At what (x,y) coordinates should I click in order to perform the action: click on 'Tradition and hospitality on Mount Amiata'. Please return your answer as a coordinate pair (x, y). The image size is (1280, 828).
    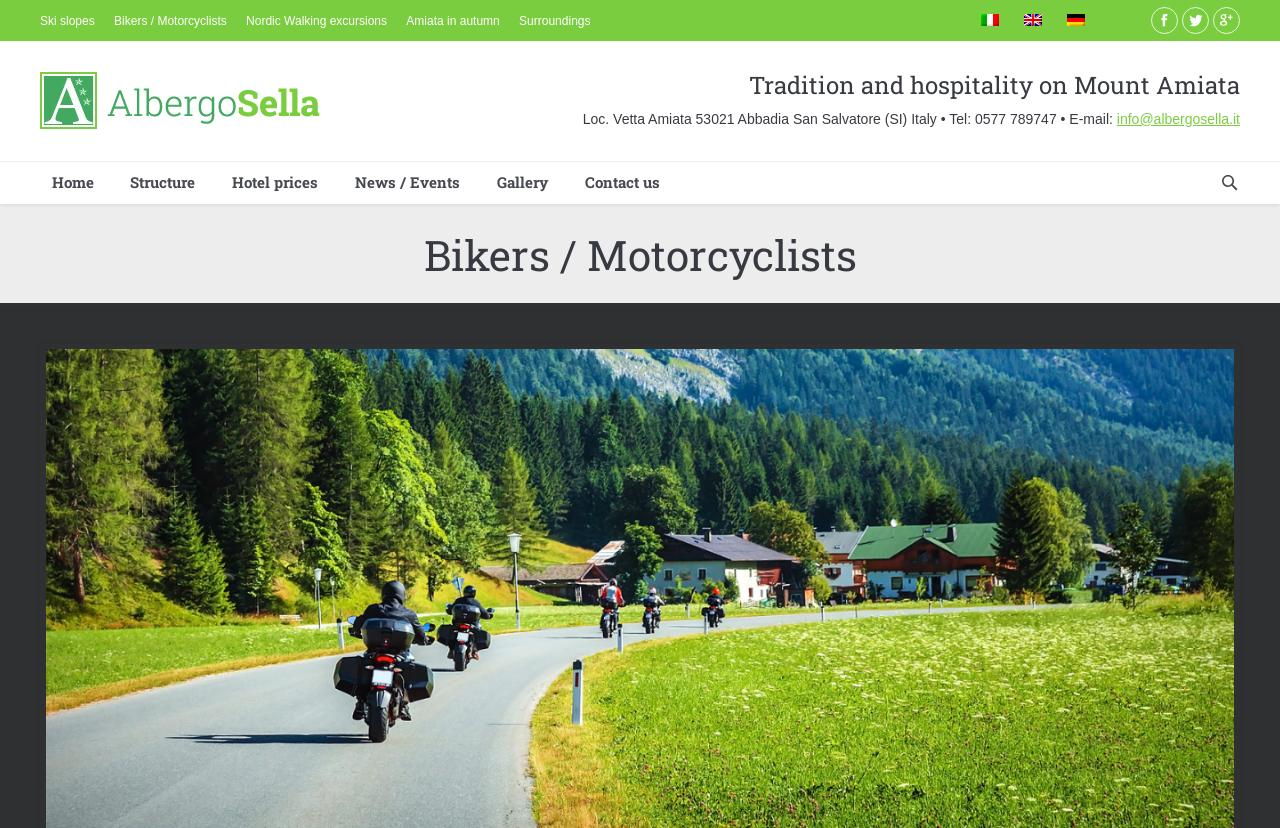
    Looking at the image, I should click on (994, 83).